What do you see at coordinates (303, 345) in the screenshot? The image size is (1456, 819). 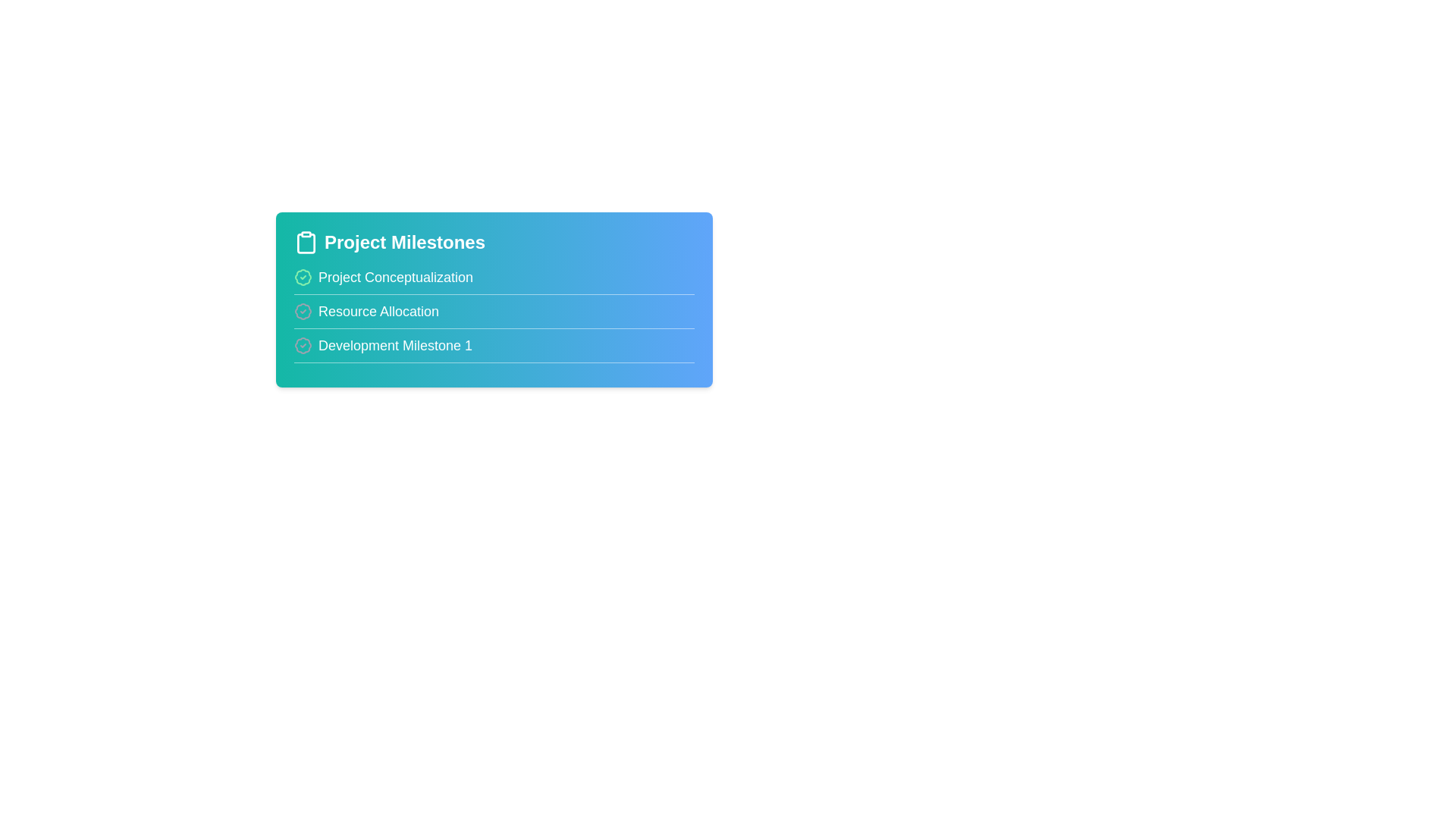 I see `the milestone icon for Development Milestone 1 to toggle its state` at bounding box center [303, 345].